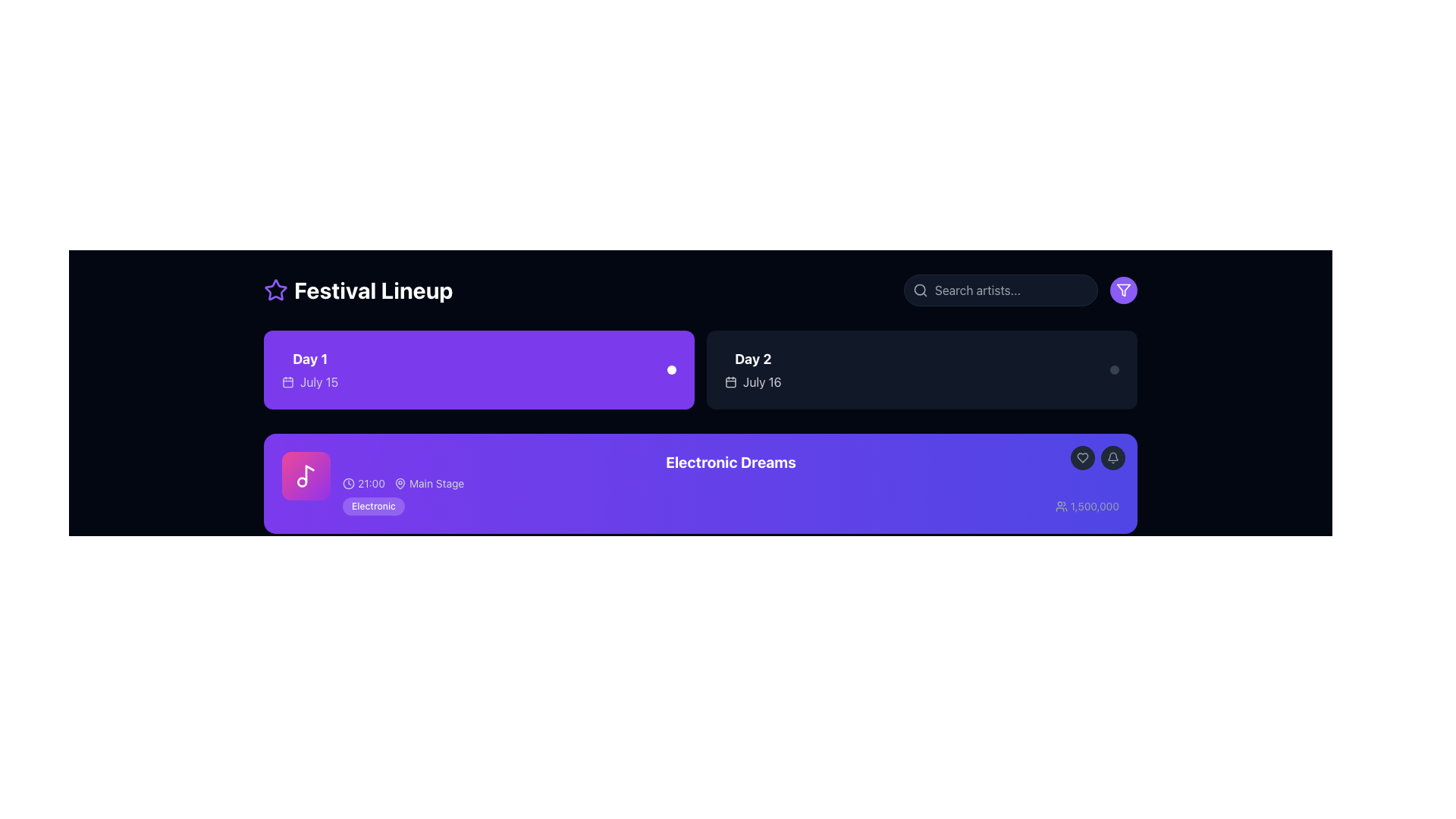 The height and width of the screenshot is (819, 1456). I want to click on the funnel-shaped icon button with a violet circular background located in the top-right corner of the interface, so click(1124, 290).